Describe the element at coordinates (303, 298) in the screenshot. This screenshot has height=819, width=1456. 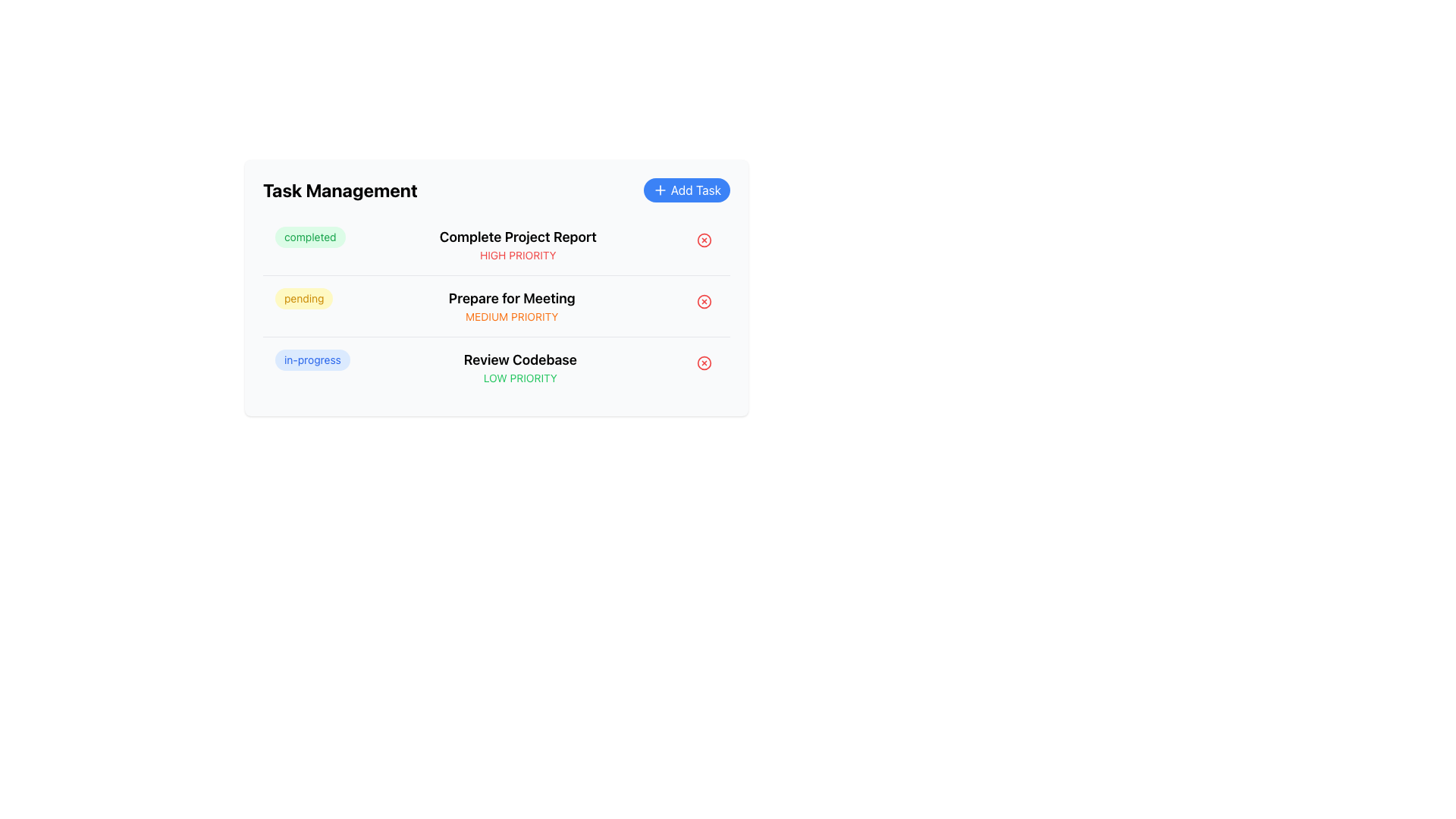
I see `text of the yellow rounded badge that displays 'pending', which indicates the task status for 'Prepare for Meeting'` at that location.